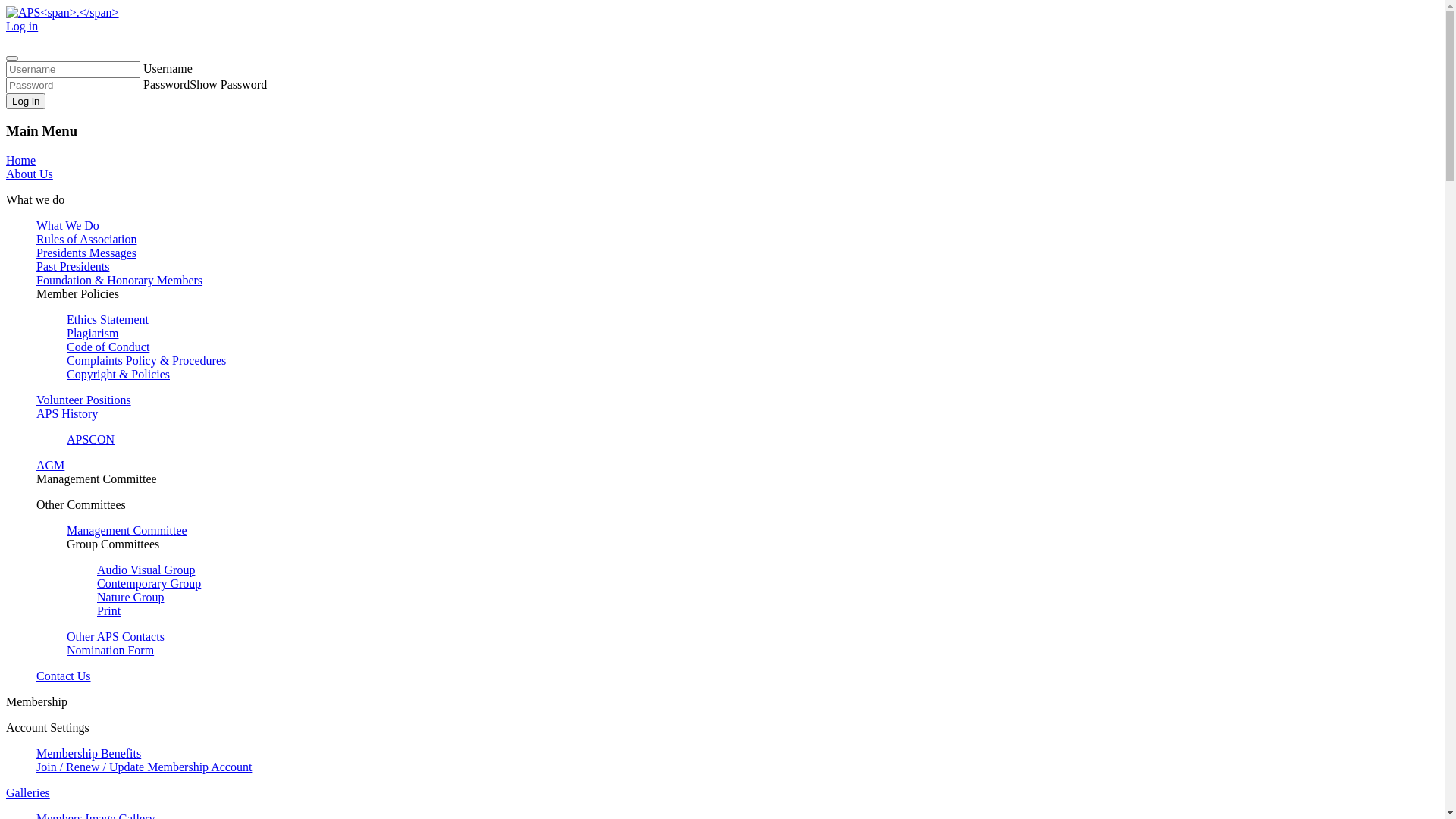  Describe the element at coordinates (72, 265) in the screenshot. I see `'Past Presidents'` at that location.